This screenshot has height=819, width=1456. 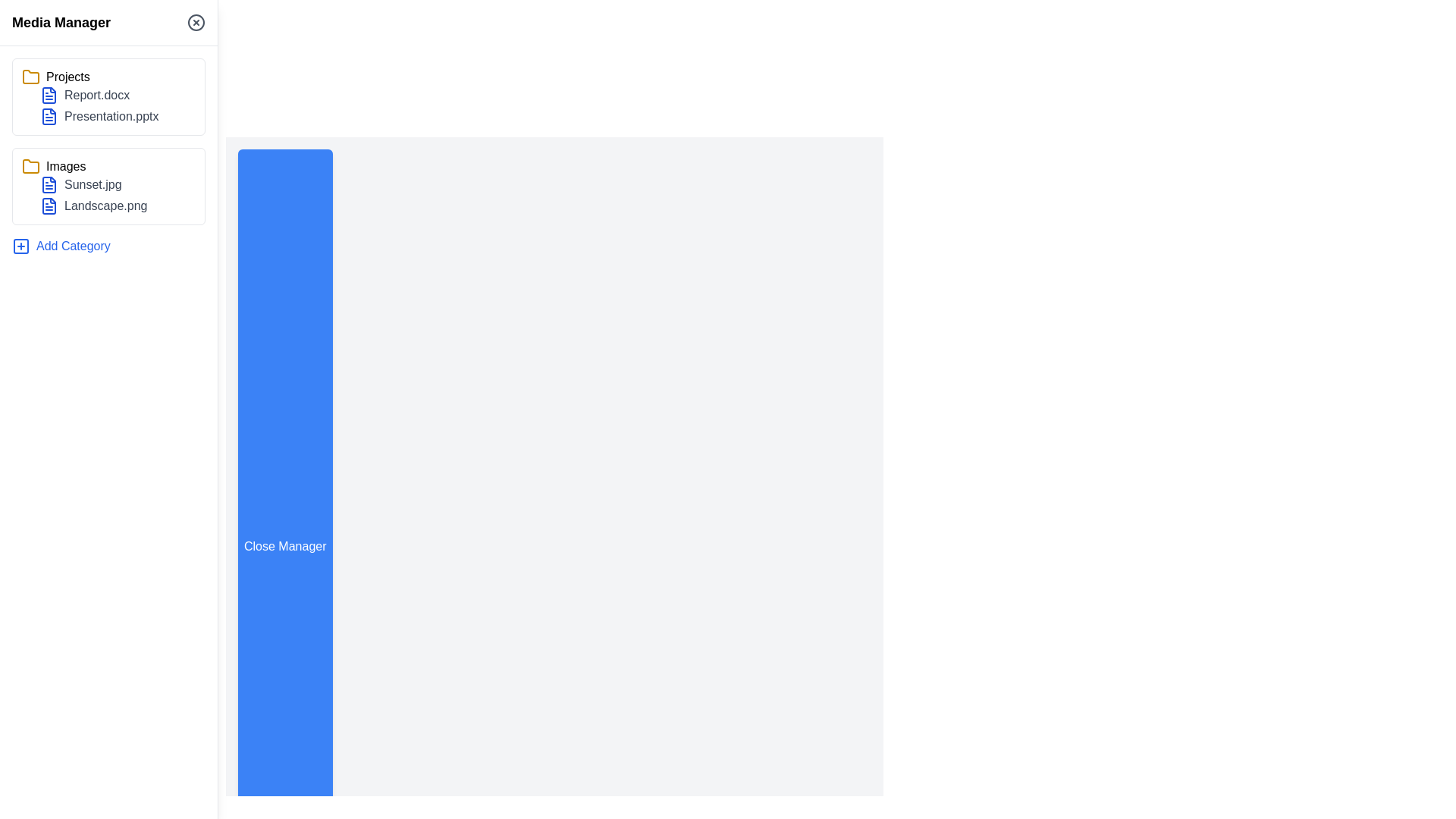 I want to click on the small blue document icon located to the left of the text 'Presentation.pptx' in the 'Projects' folder section of the Media Manager, so click(x=49, y=116).